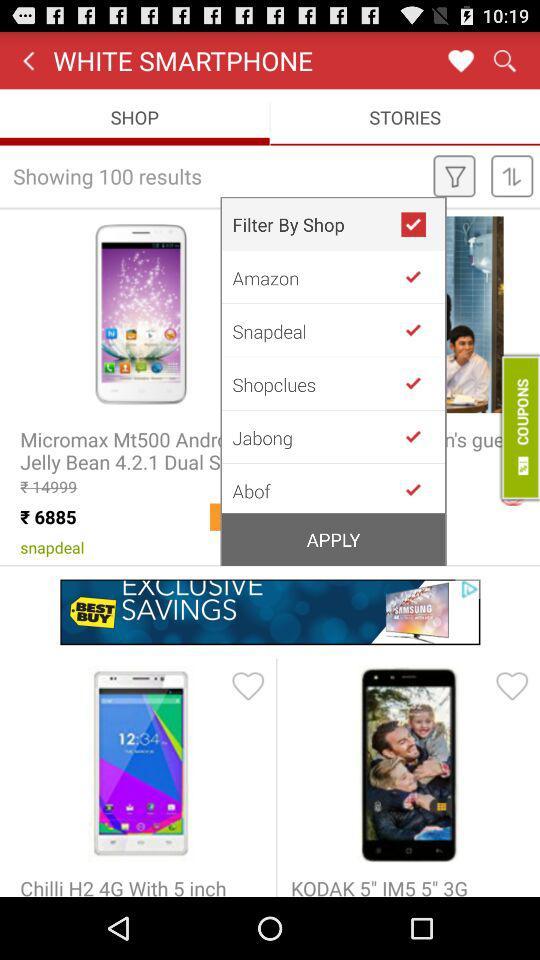  What do you see at coordinates (316, 276) in the screenshot?
I see `the amazon icon` at bounding box center [316, 276].